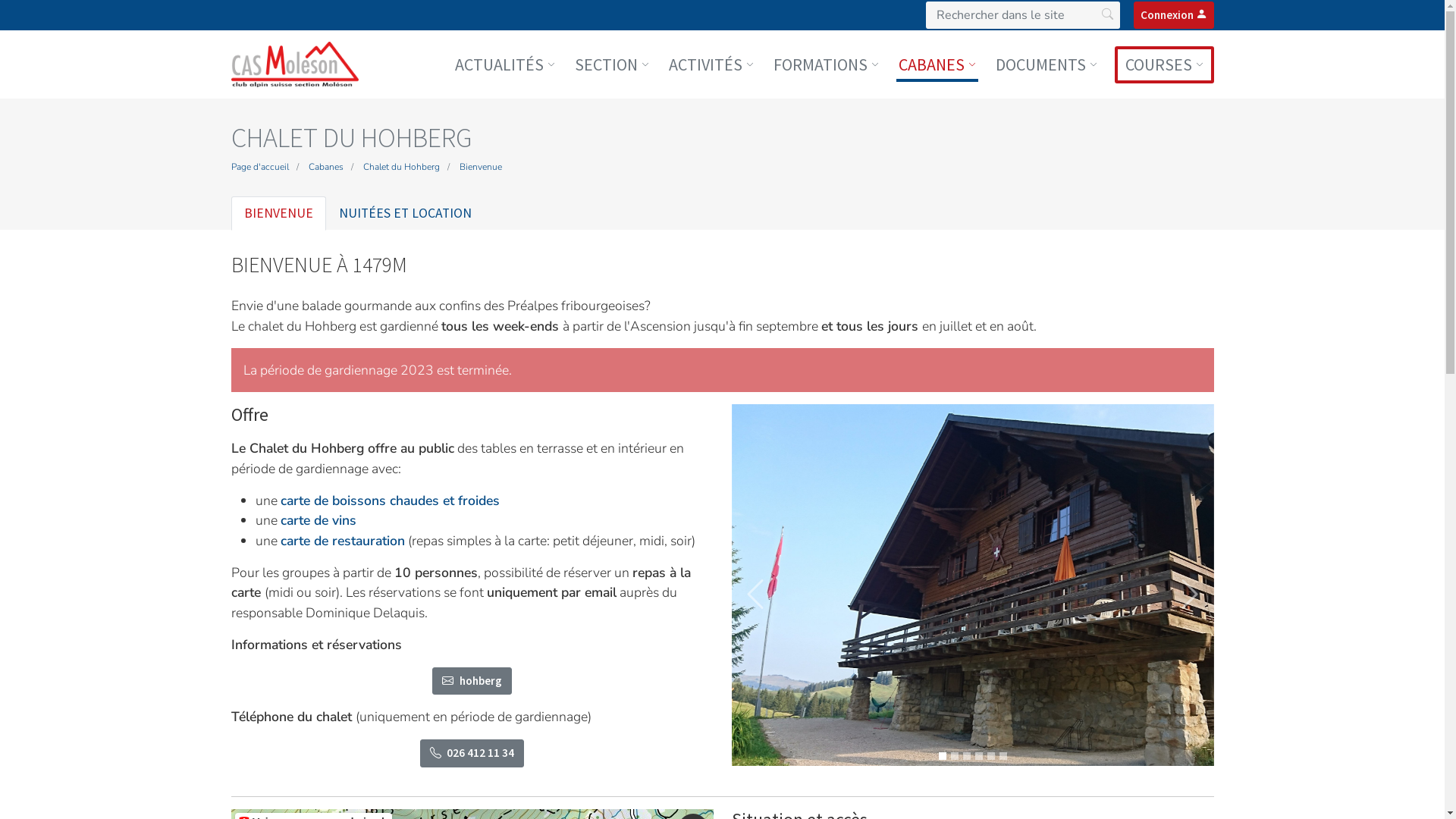  What do you see at coordinates (278, 213) in the screenshot?
I see `'BIENVENUE'` at bounding box center [278, 213].